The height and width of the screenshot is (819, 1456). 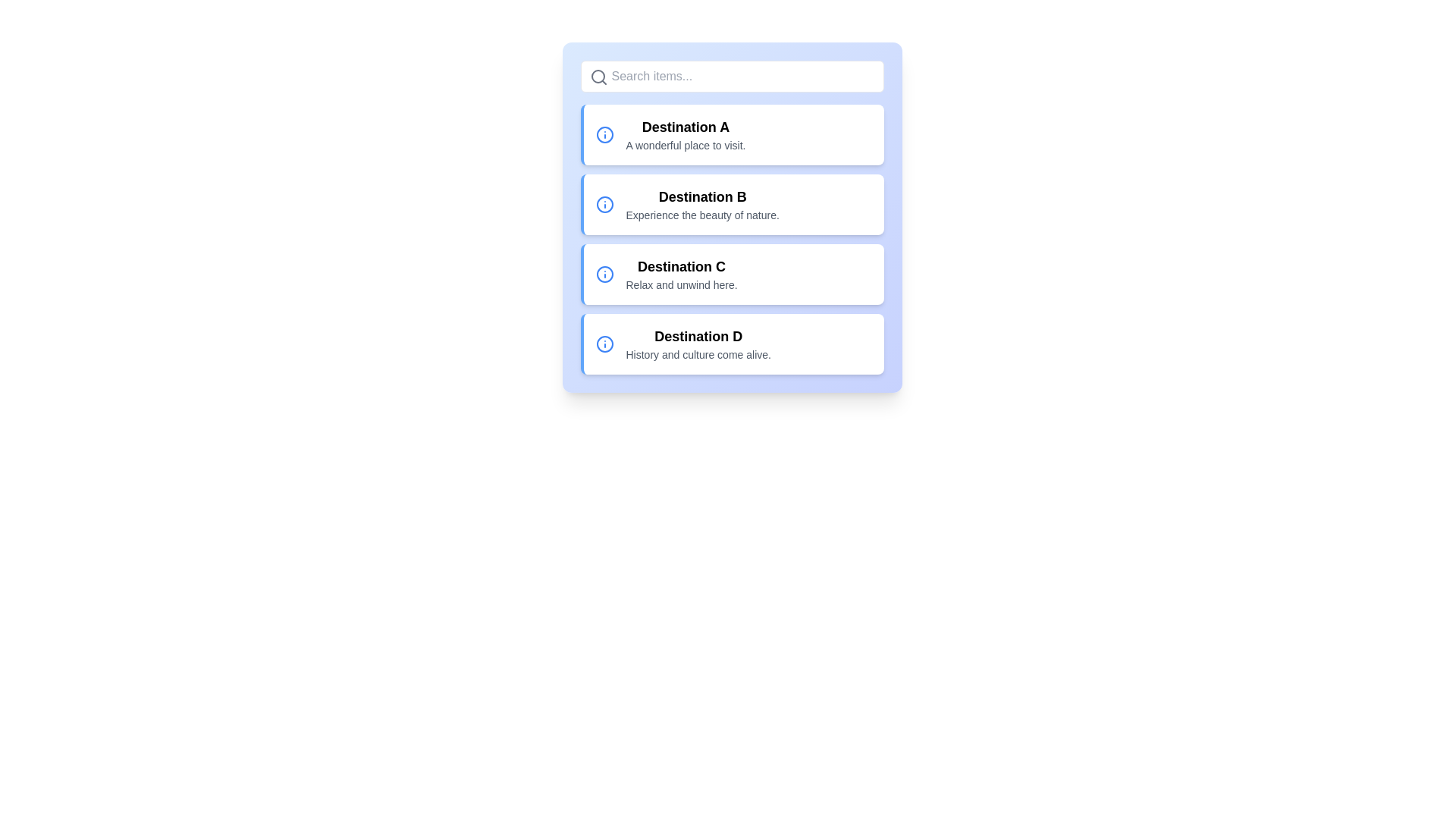 What do you see at coordinates (701, 196) in the screenshot?
I see `the primary heading text label for the second destination in the vertically stacked list, which identifies the destination clearly above the description 'Experience the beauty of nature.'` at bounding box center [701, 196].